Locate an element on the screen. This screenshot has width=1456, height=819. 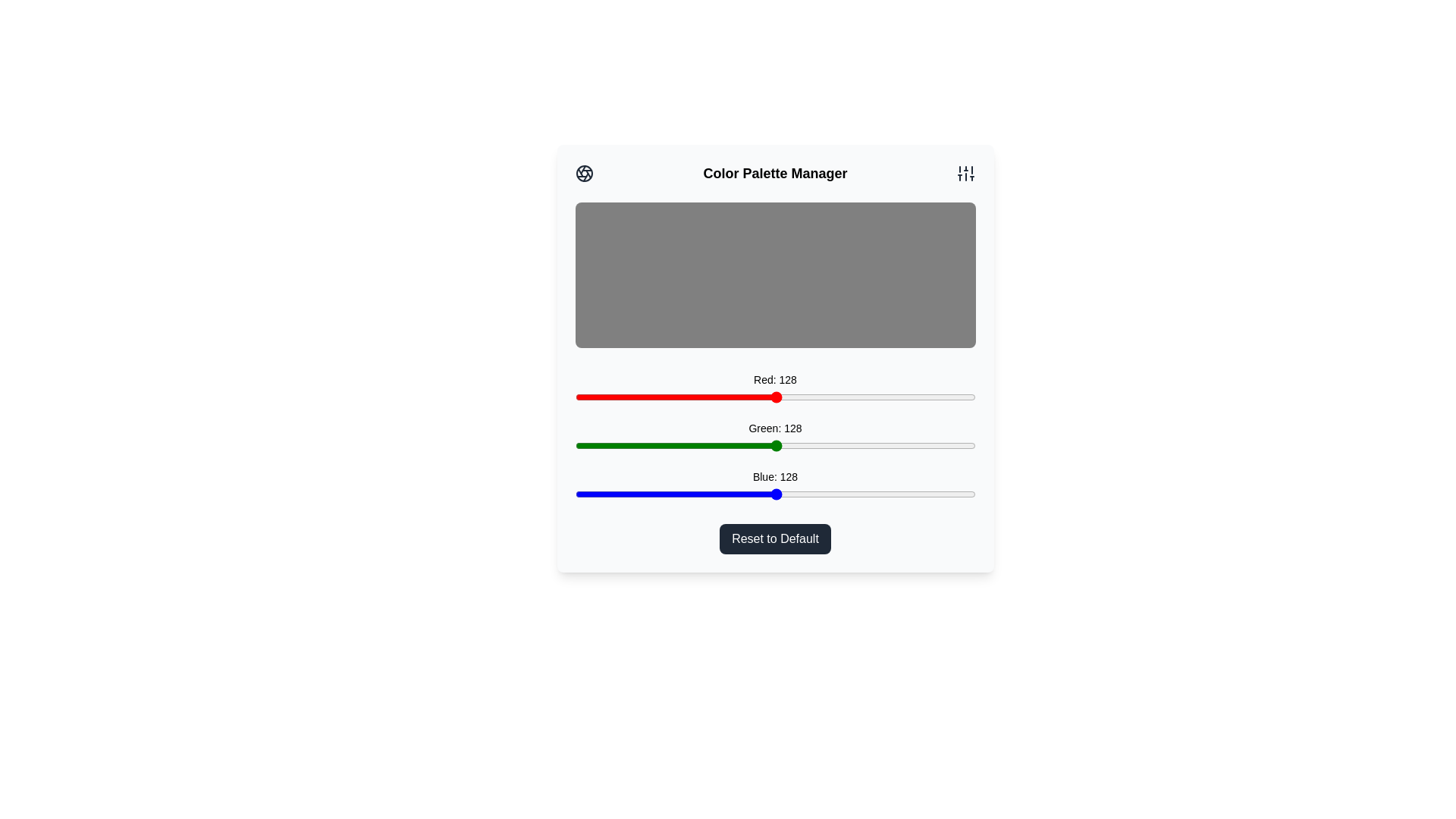
the red color slider to 7 is located at coordinates (585, 397).